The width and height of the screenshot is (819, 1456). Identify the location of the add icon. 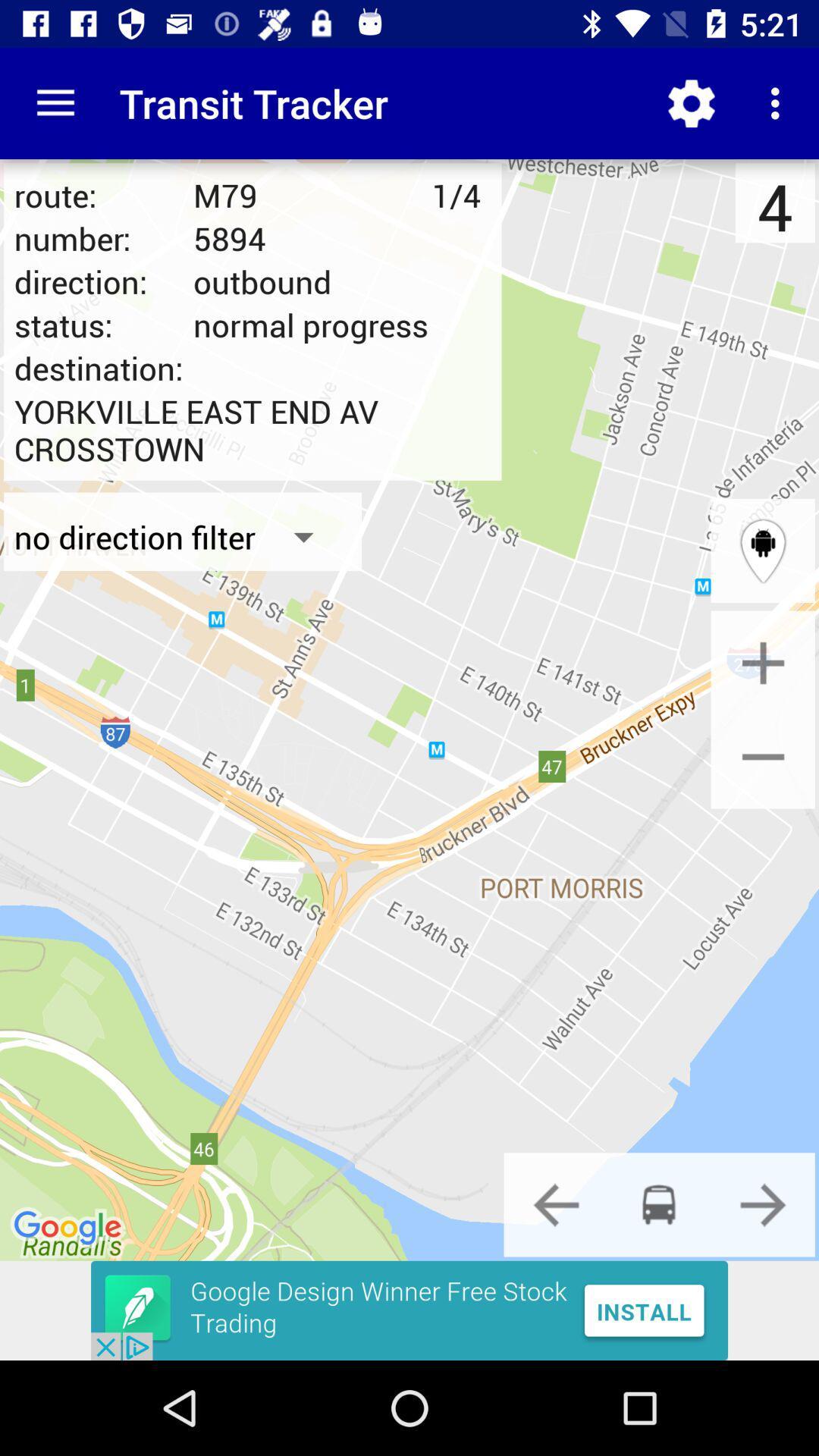
(763, 663).